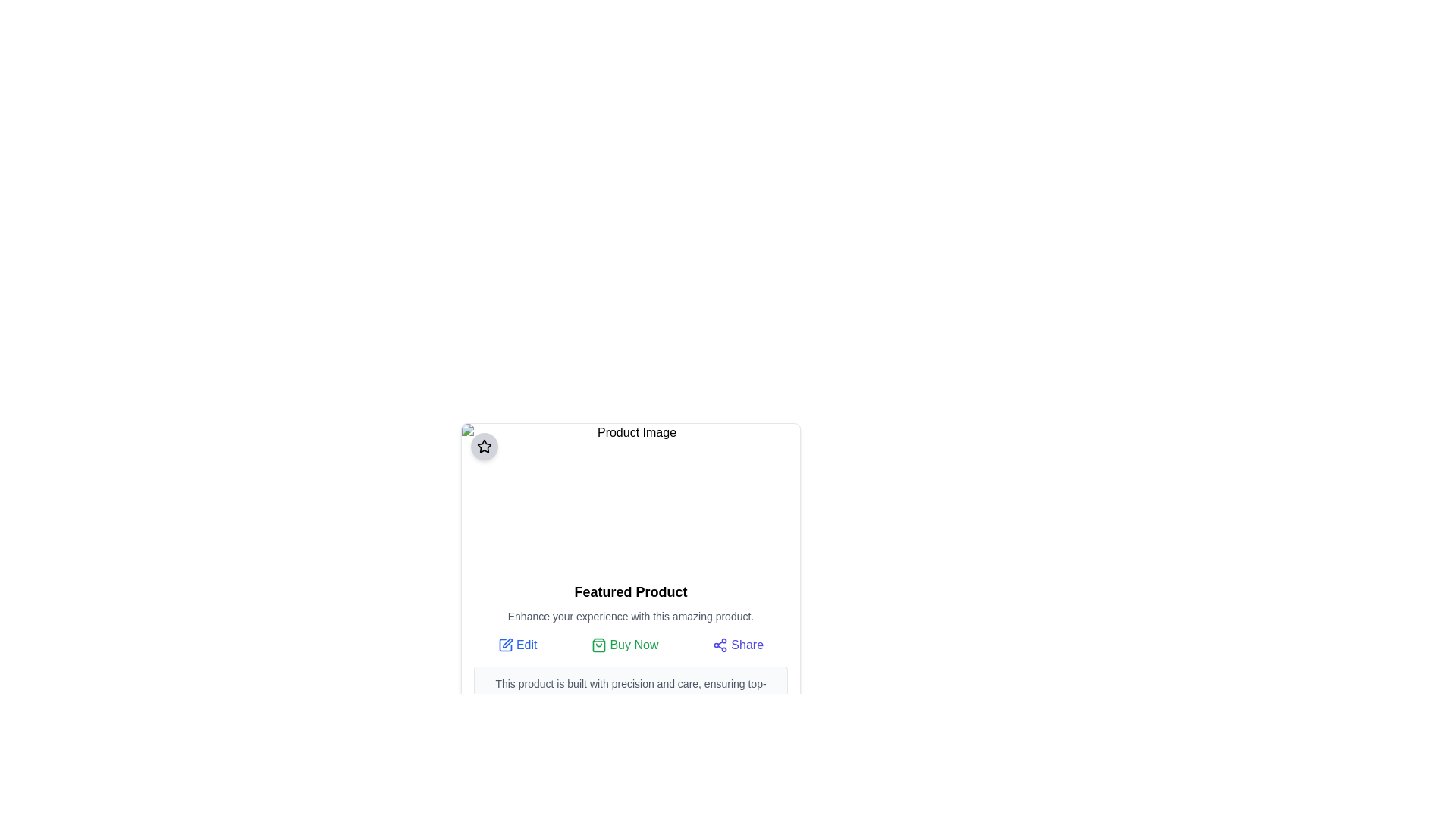  What do you see at coordinates (720, 645) in the screenshot?
I see `the 'Share' icon, which is represented by three interconnected circles forming a triangular pattern, located at the bottom-right corner of the product card` at bounding box center [720, 645].